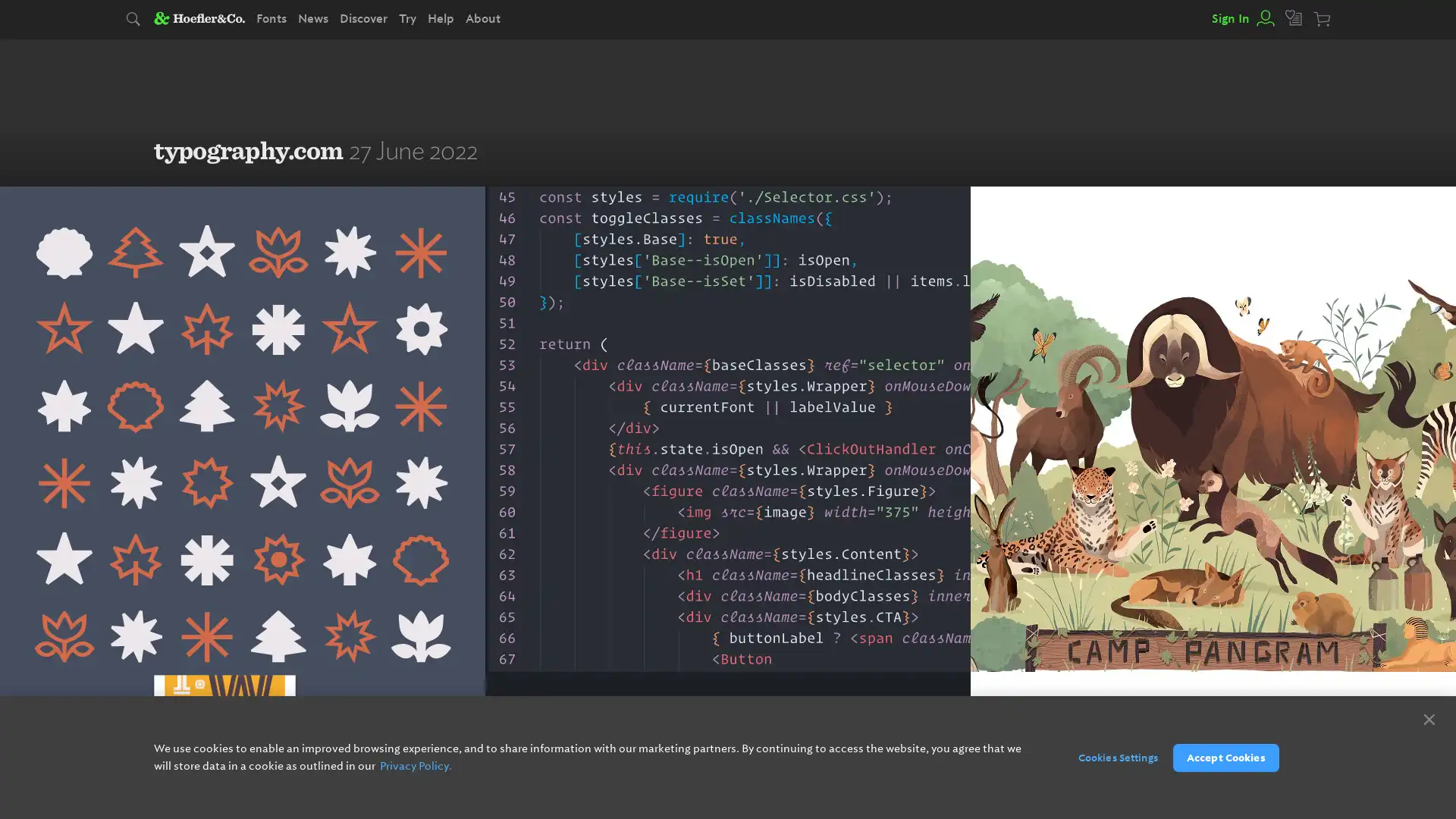  I want to click on View your account, so click(1263, 18).